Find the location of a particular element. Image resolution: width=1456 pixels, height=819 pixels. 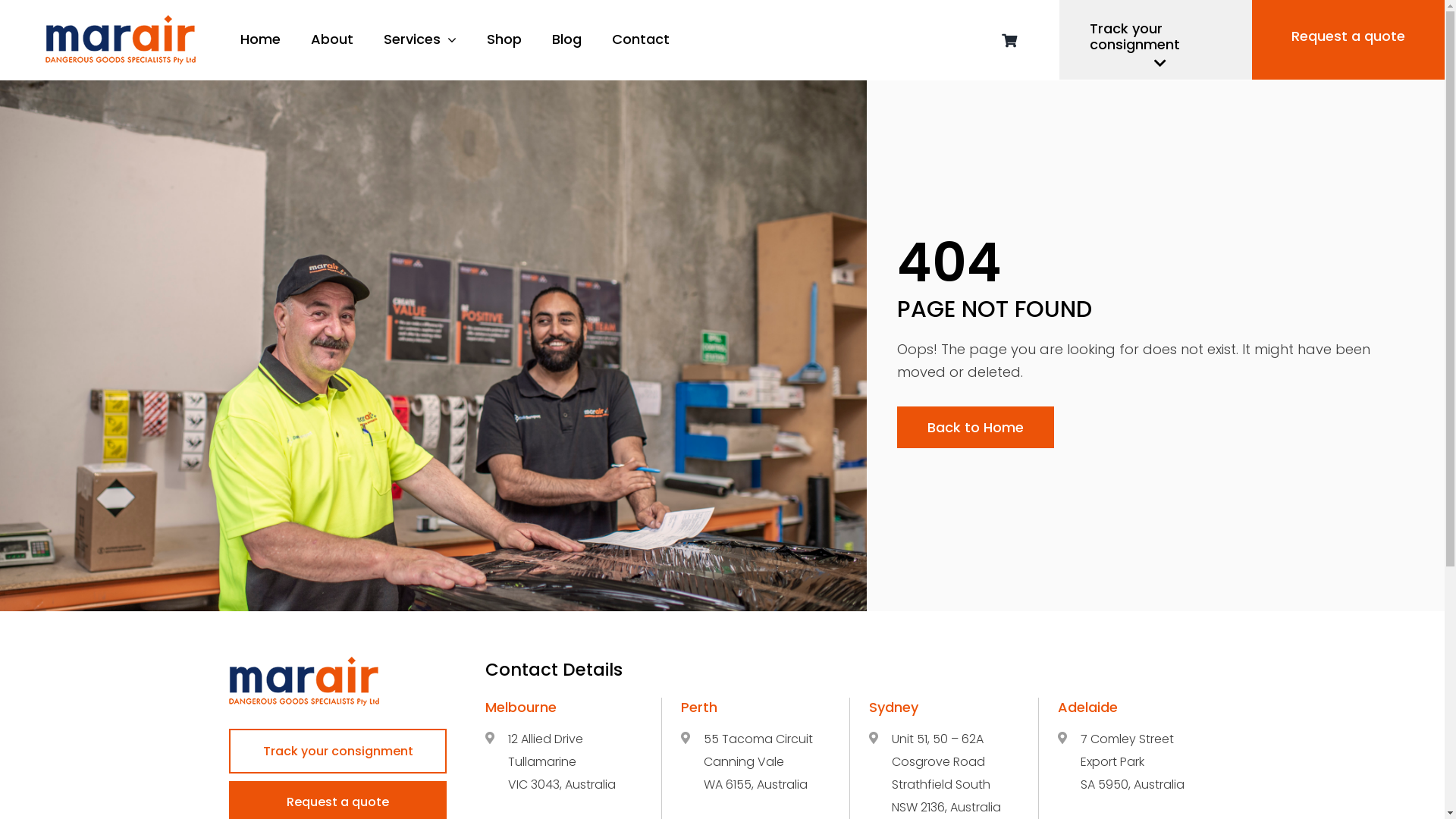

'Blog' is located at coordinates (566, 39).